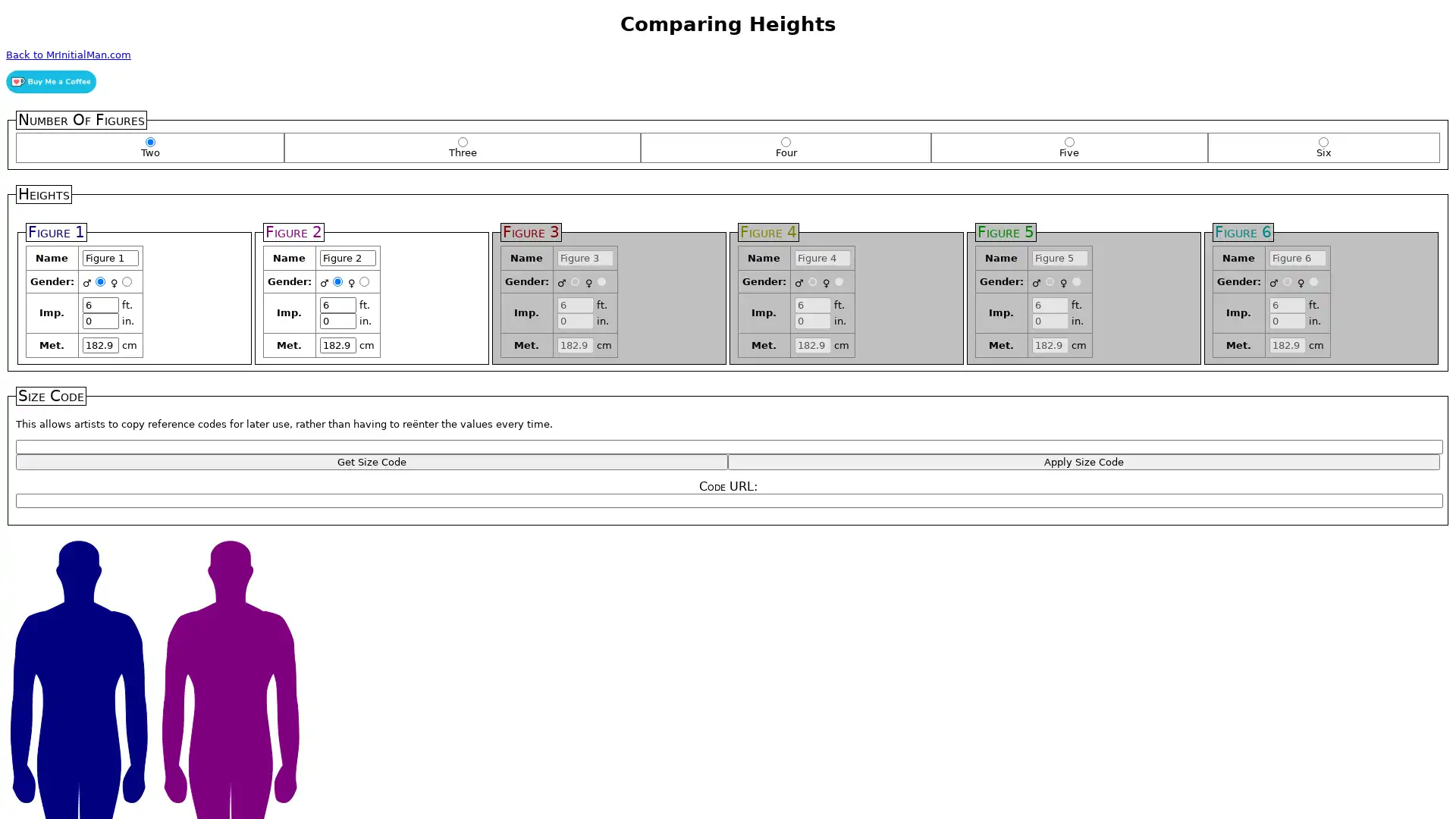 This screenshot has height=819, width=1456. Describe the element at coordinates (1083, 461) in the screenshot. I see `Apply Size Code` at that location.